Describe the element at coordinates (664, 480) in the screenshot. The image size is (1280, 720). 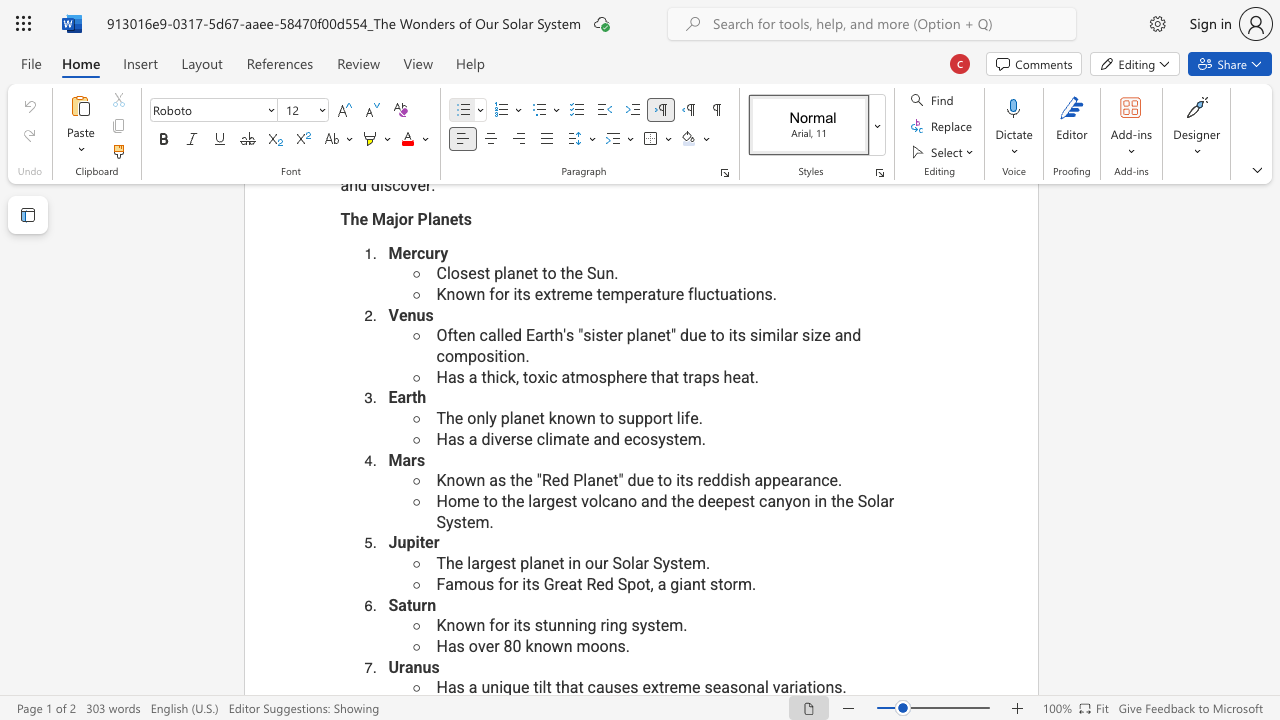
I see `the space between the continuous character "t" and "o" in the text` at that location.